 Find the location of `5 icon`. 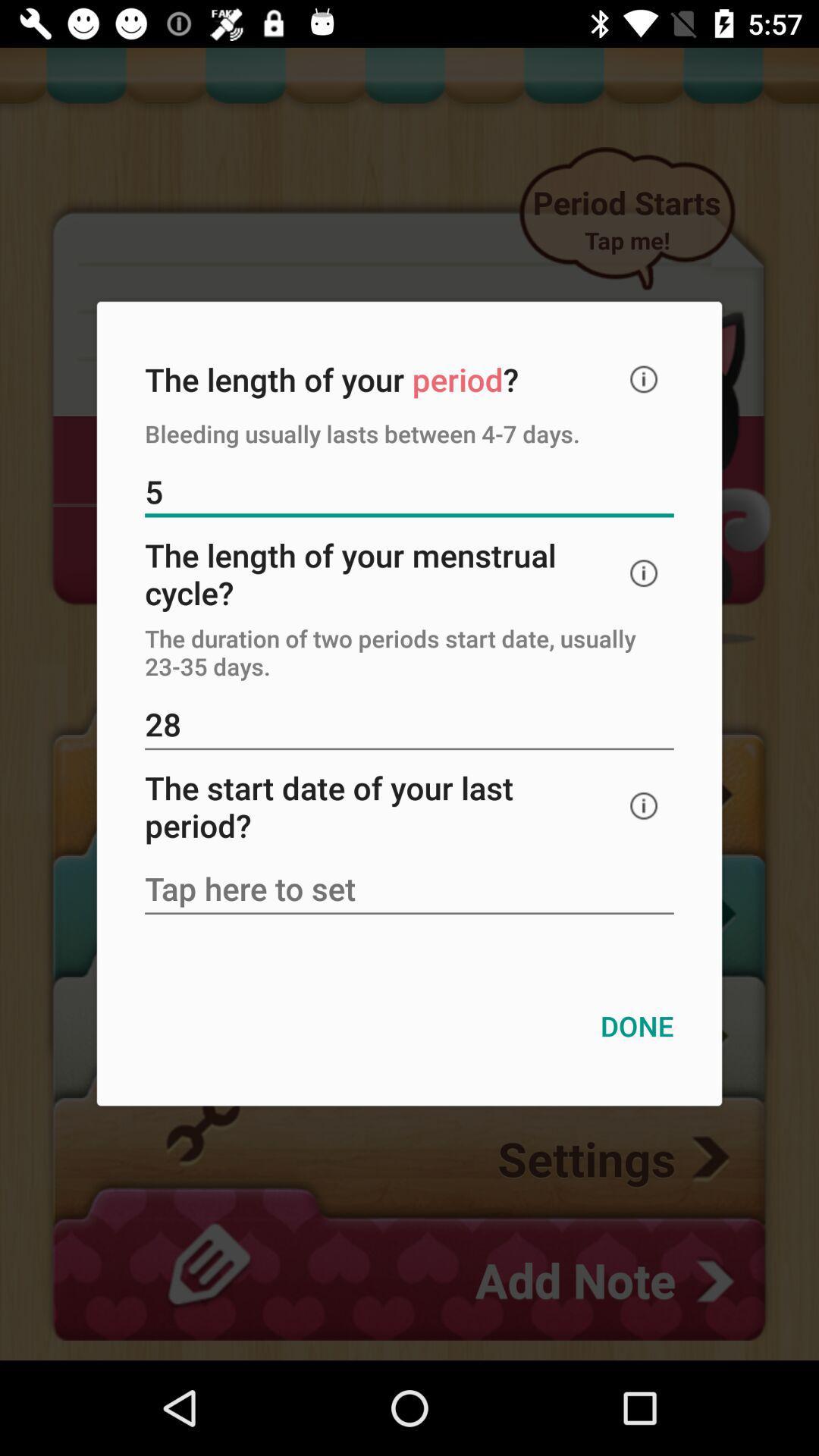

5 icon is located at coordinates (409, 494).